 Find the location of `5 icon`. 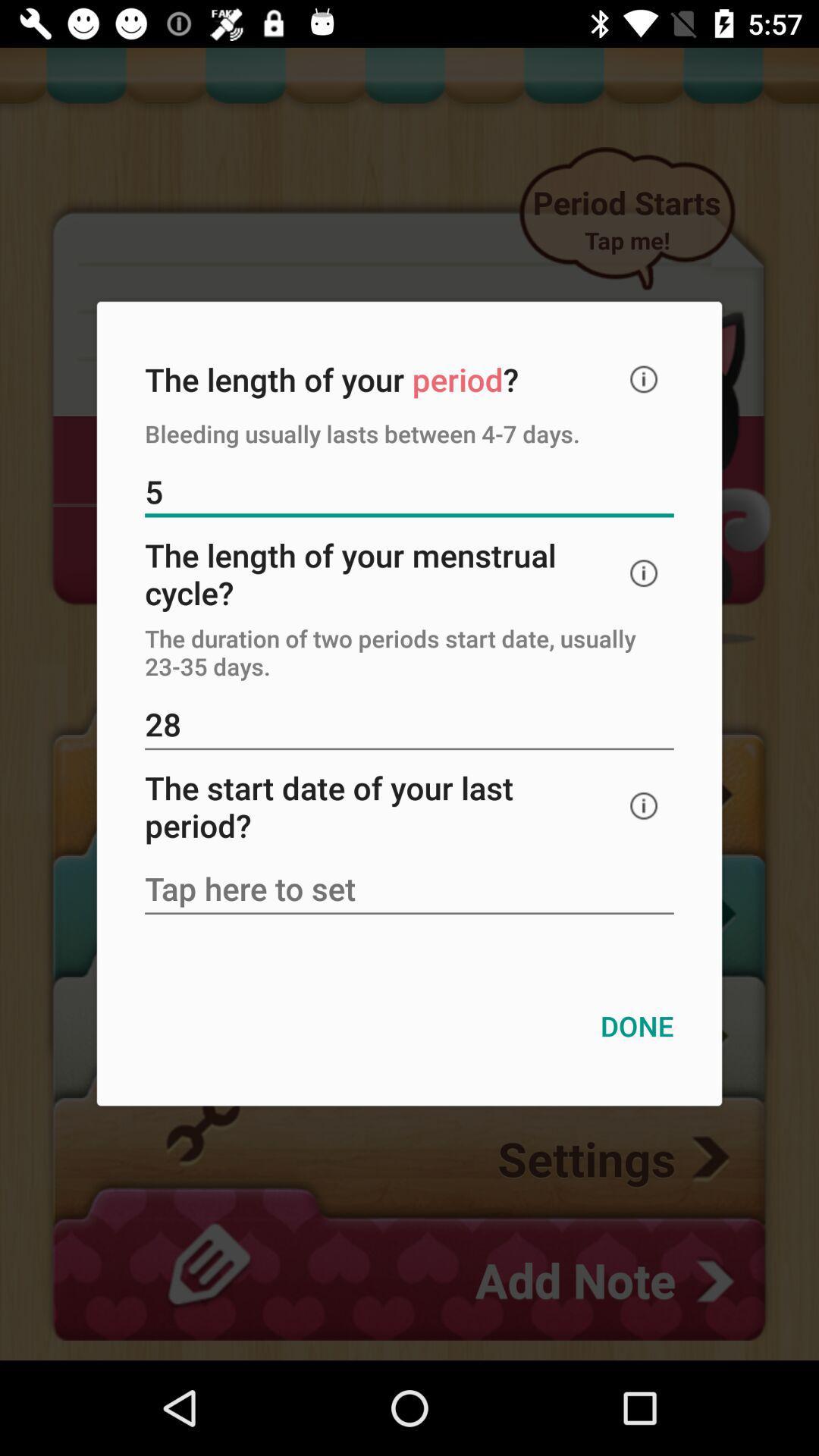

5 icon is located at coordinates (409, 494).